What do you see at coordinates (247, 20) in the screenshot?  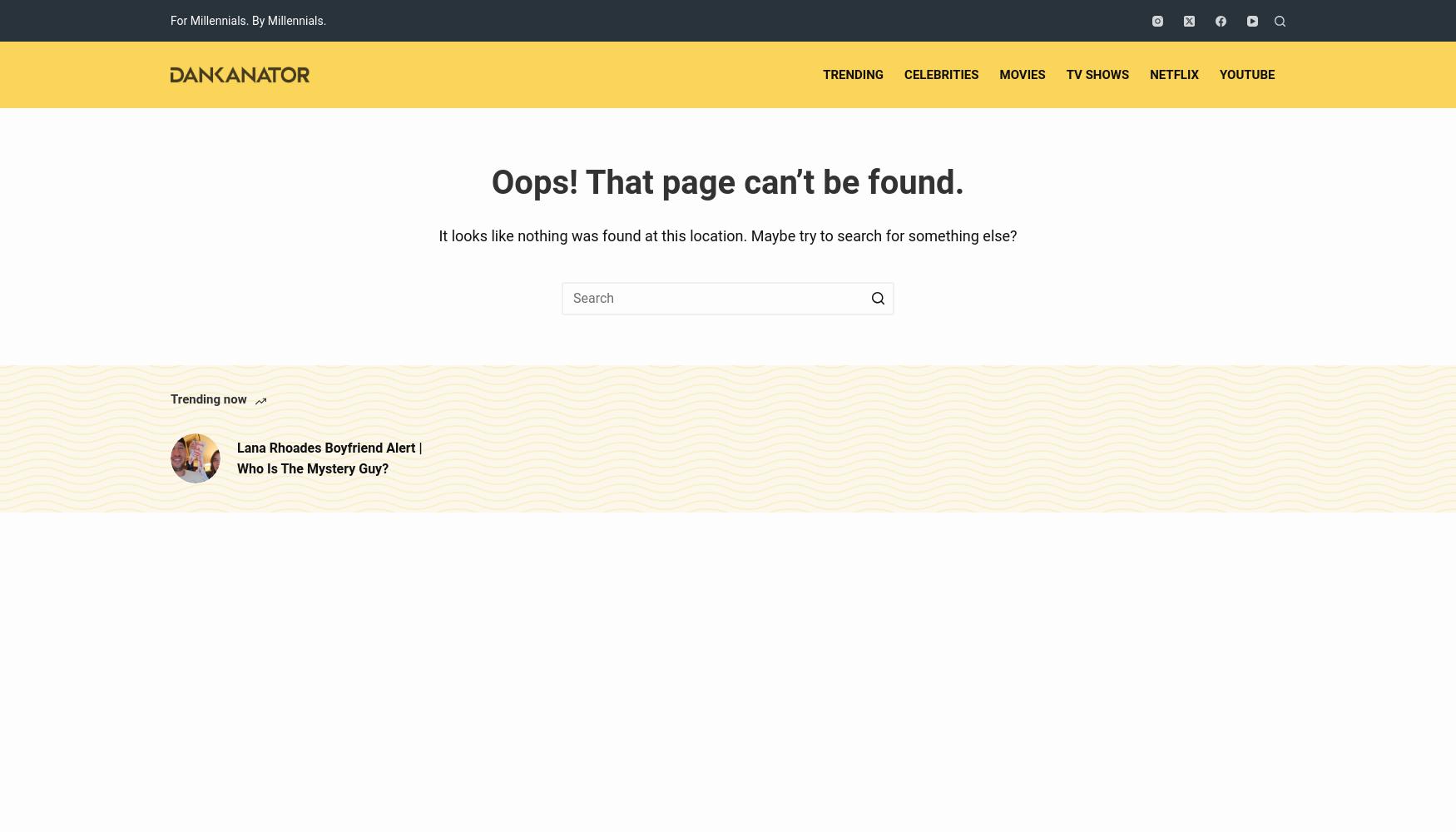 I see `'For Millennials. By Millennials.'` at bounding box center [247, 20].